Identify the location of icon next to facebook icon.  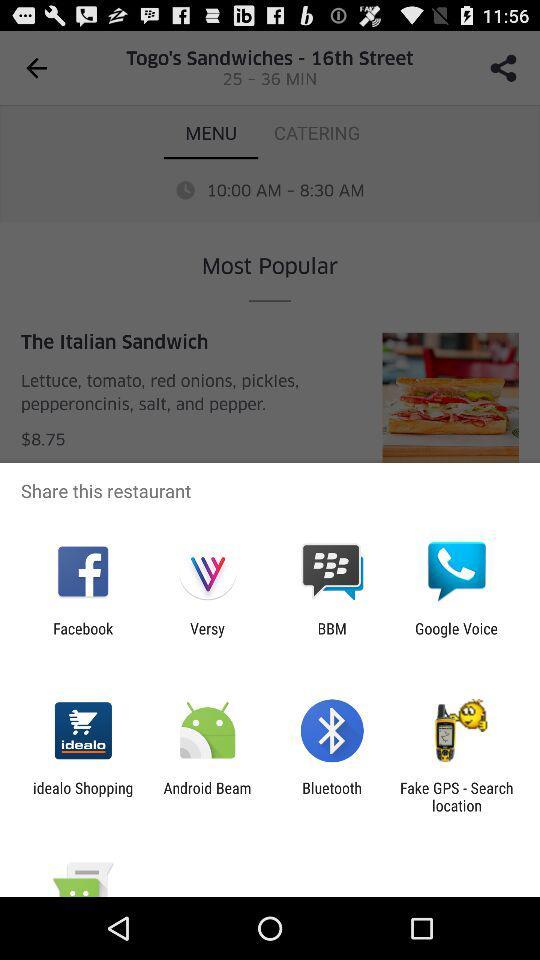
(206, 636).